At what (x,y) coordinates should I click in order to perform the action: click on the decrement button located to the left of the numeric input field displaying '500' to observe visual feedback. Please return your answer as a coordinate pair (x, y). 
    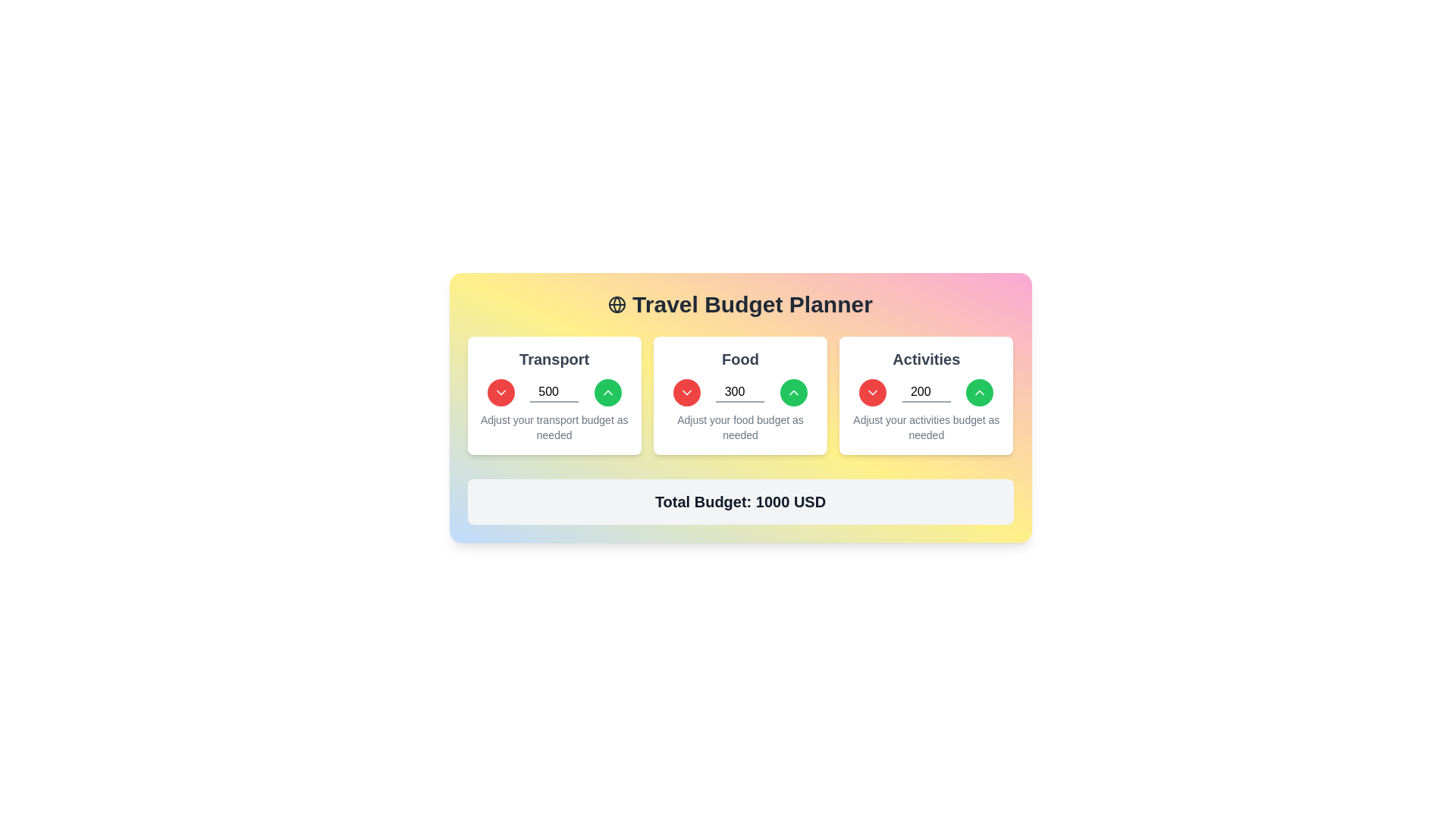
    Looking at the image, I should click on (500, 391).